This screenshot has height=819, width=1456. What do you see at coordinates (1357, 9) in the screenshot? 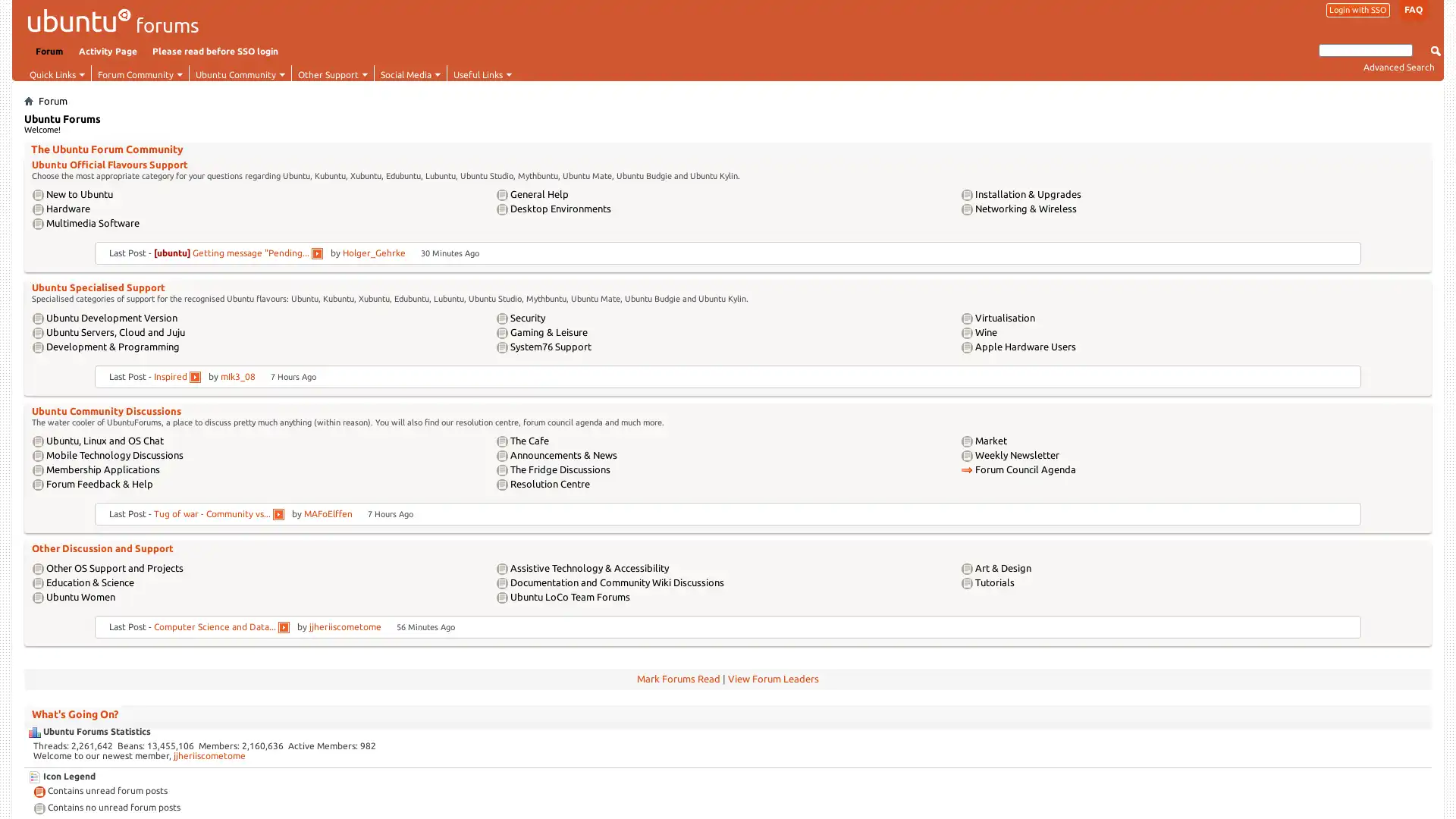
I see `Login with SSO` at bounding box center [1357, 9].